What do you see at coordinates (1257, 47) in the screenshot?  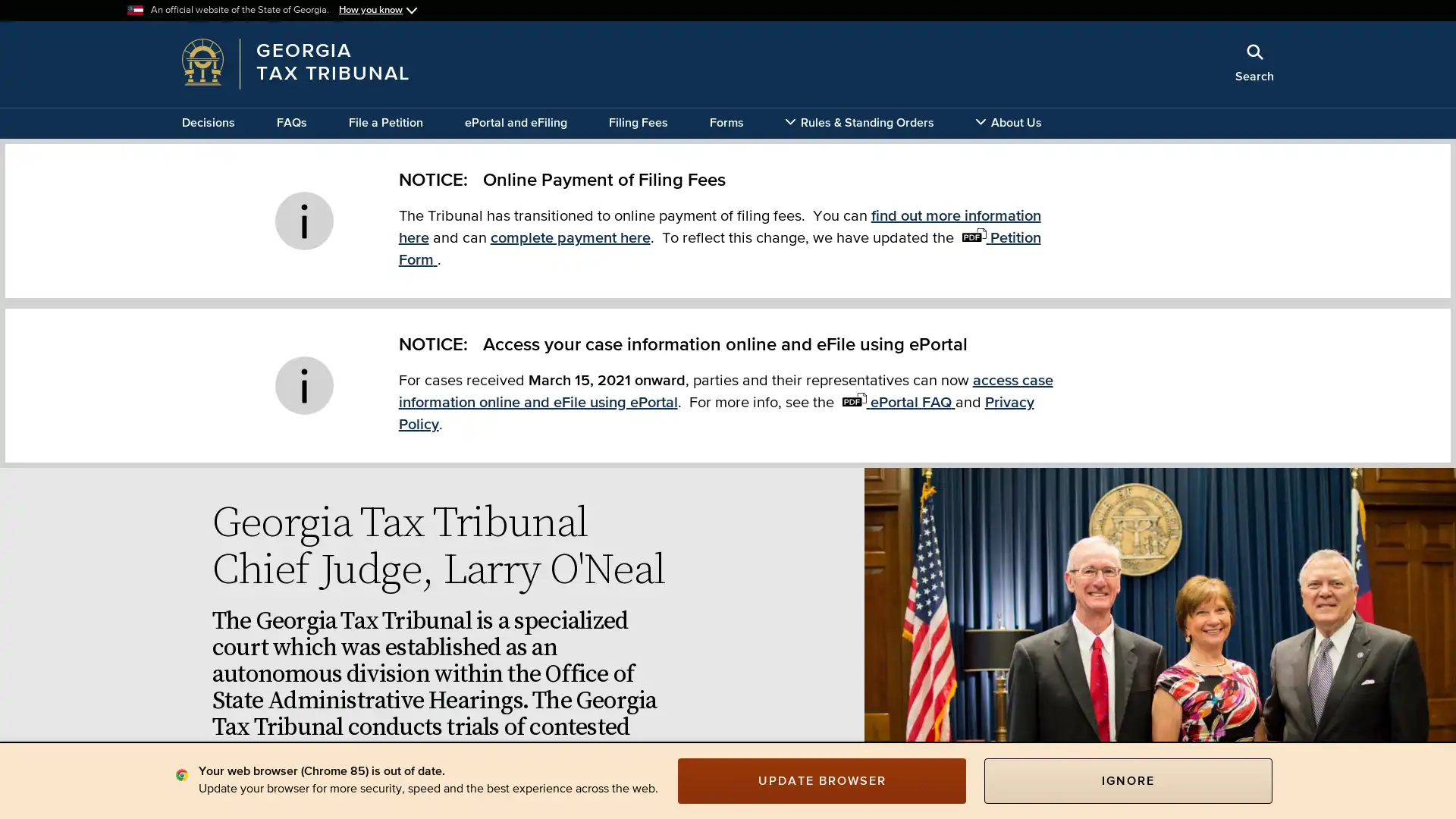 I see `Close` at bounding box center [1257, 47].